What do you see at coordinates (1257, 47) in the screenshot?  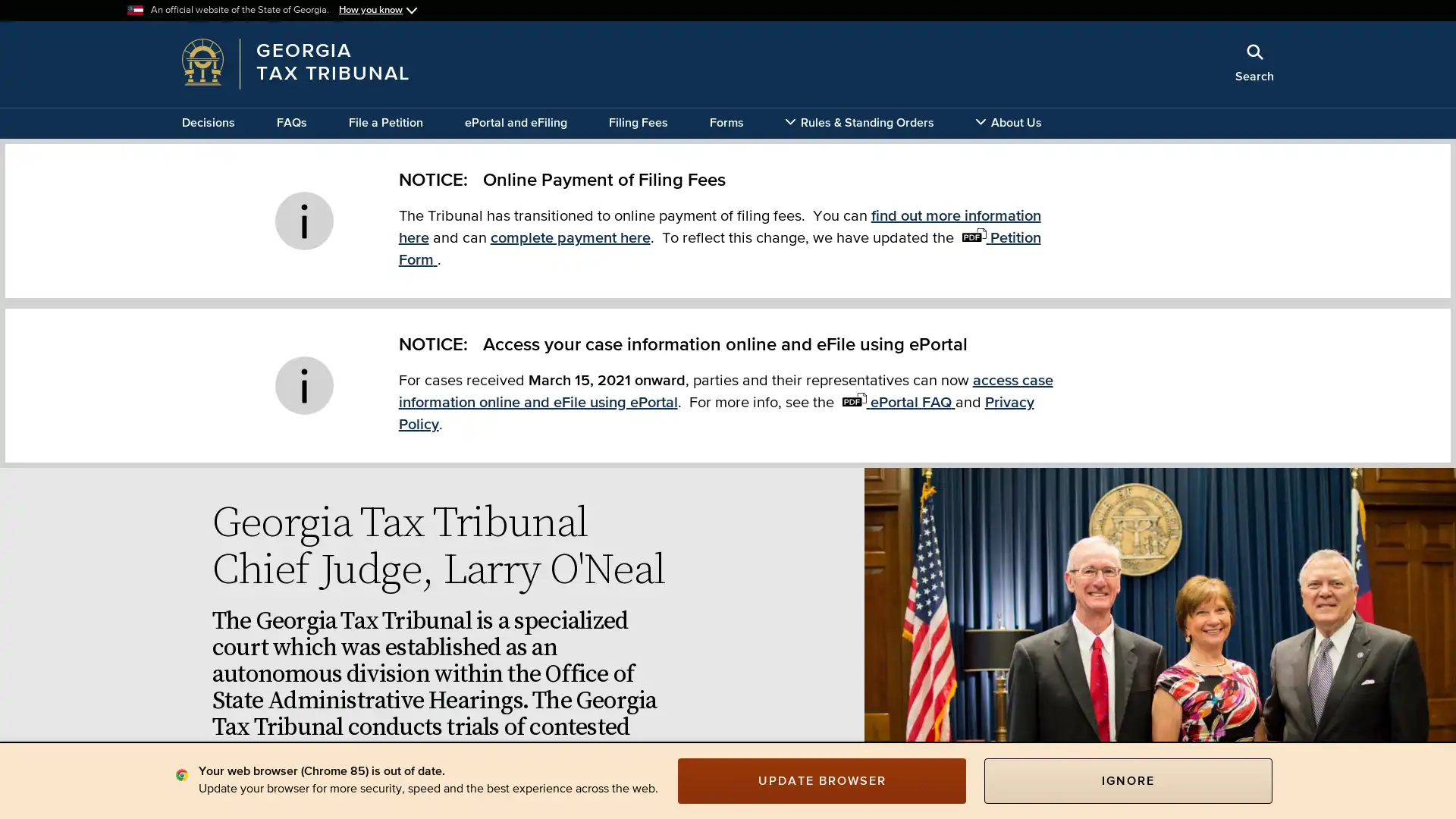 I see `Close` at bounding box center [1257, 47].